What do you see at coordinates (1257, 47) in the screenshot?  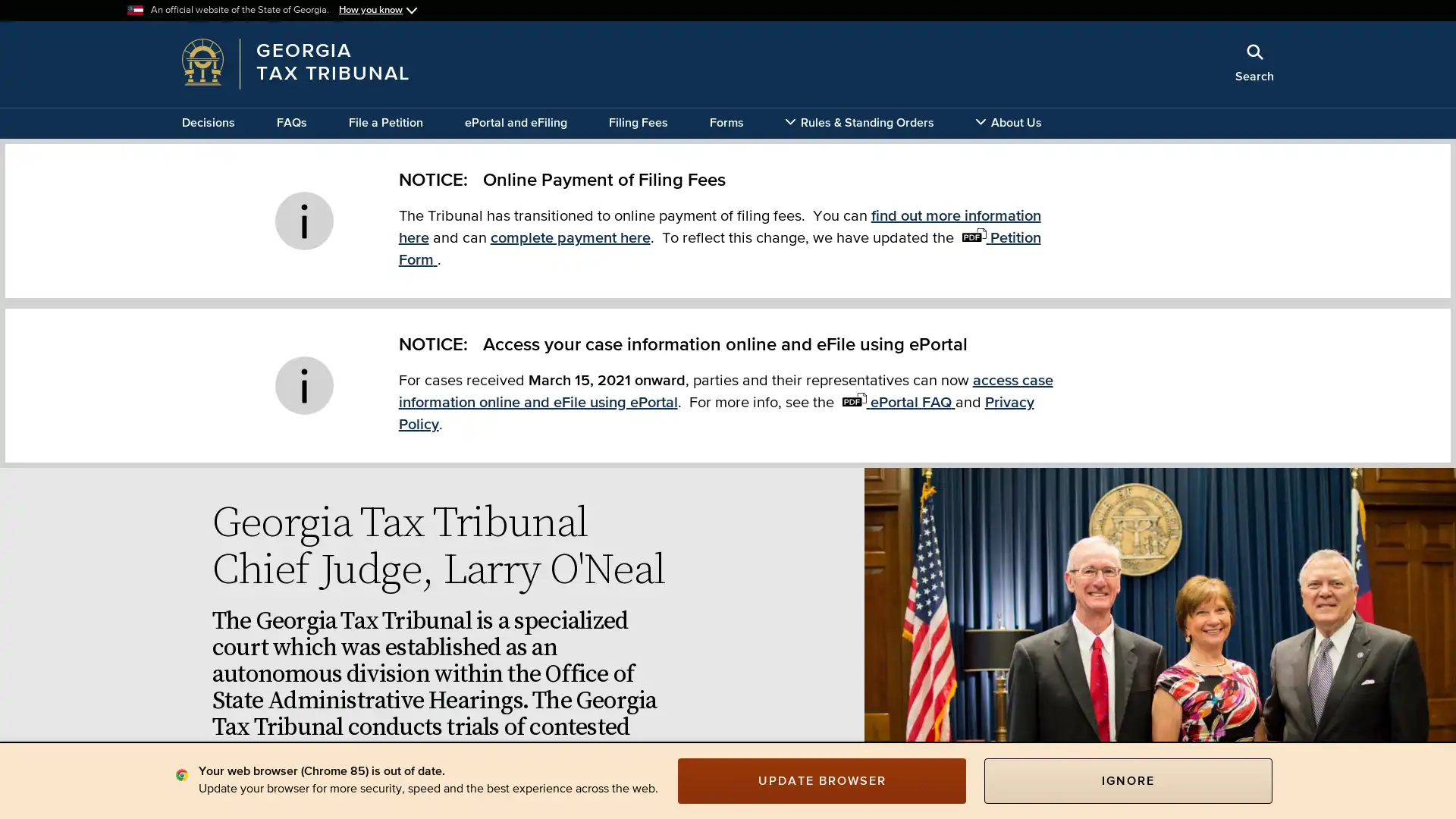 I see `Close` at bounding box center [1257, 47].